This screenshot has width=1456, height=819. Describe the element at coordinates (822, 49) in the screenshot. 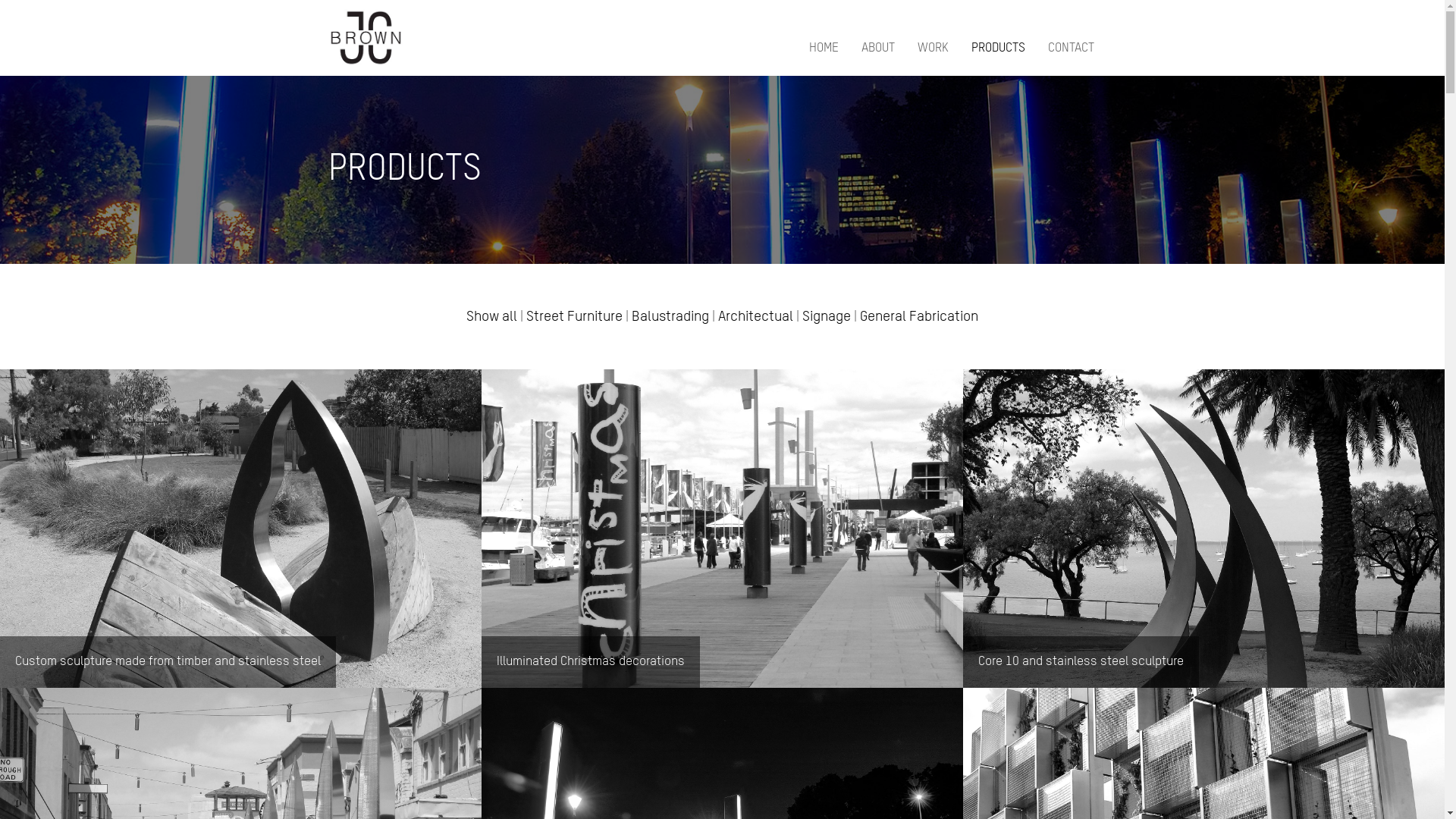

I see `'HOME'` at that location.